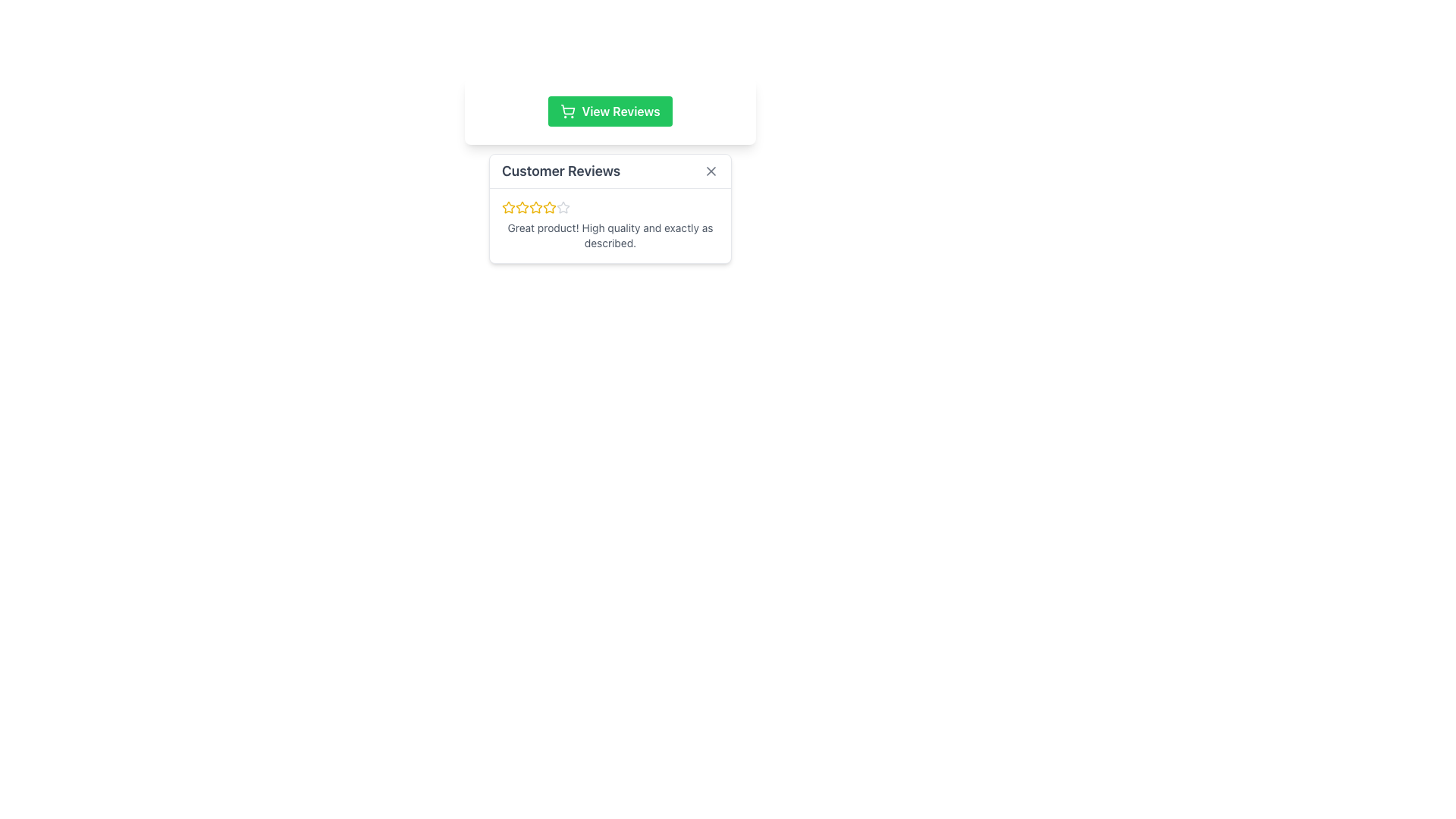  Describe the element at coordinates (548, 207) in the screenshot. I see `the sixth star icon in the 'Customer Reviews' section of the rating widget` at that location.